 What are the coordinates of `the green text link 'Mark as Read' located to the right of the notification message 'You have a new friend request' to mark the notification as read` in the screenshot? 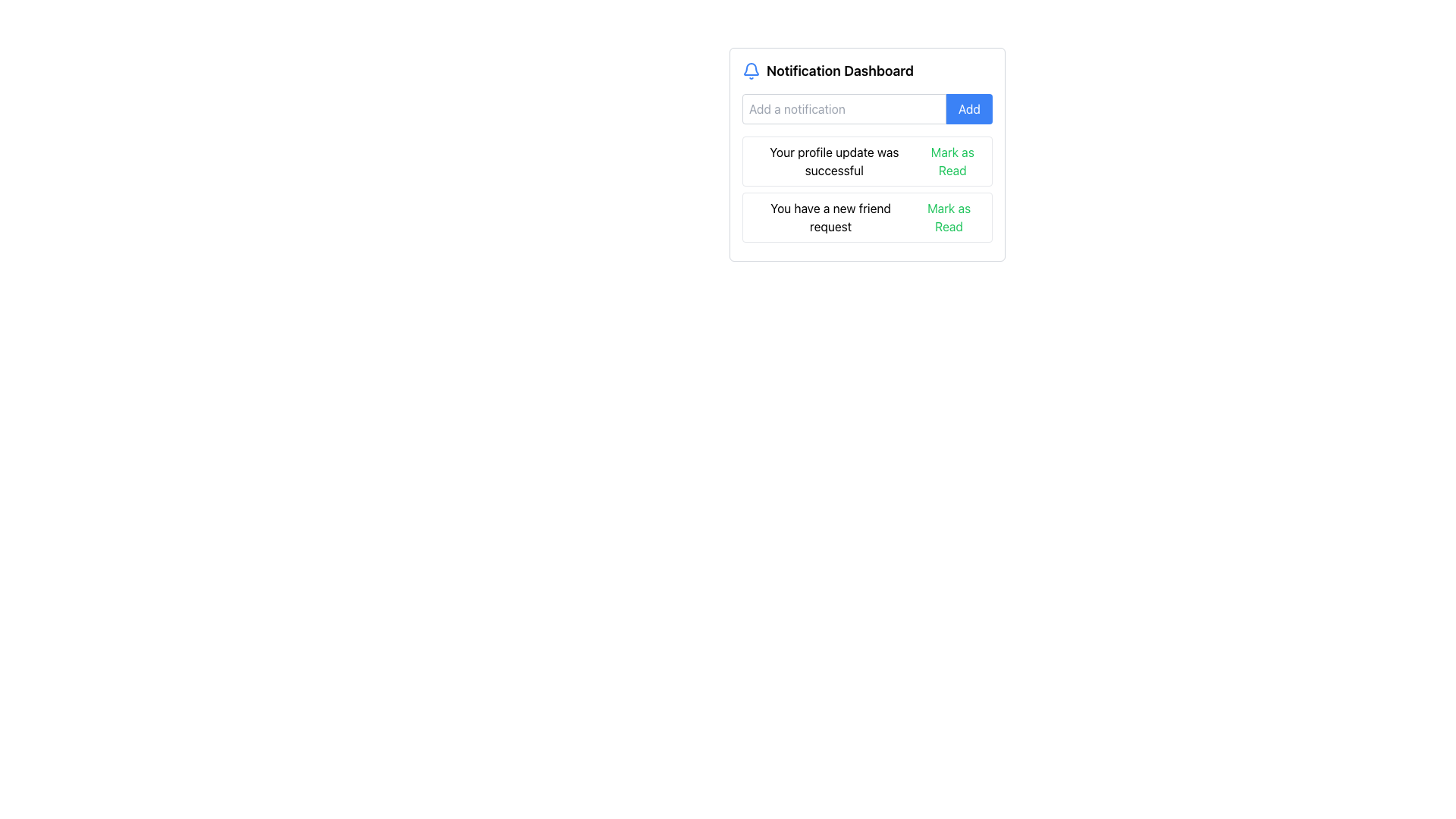 It's located at (948, 217).